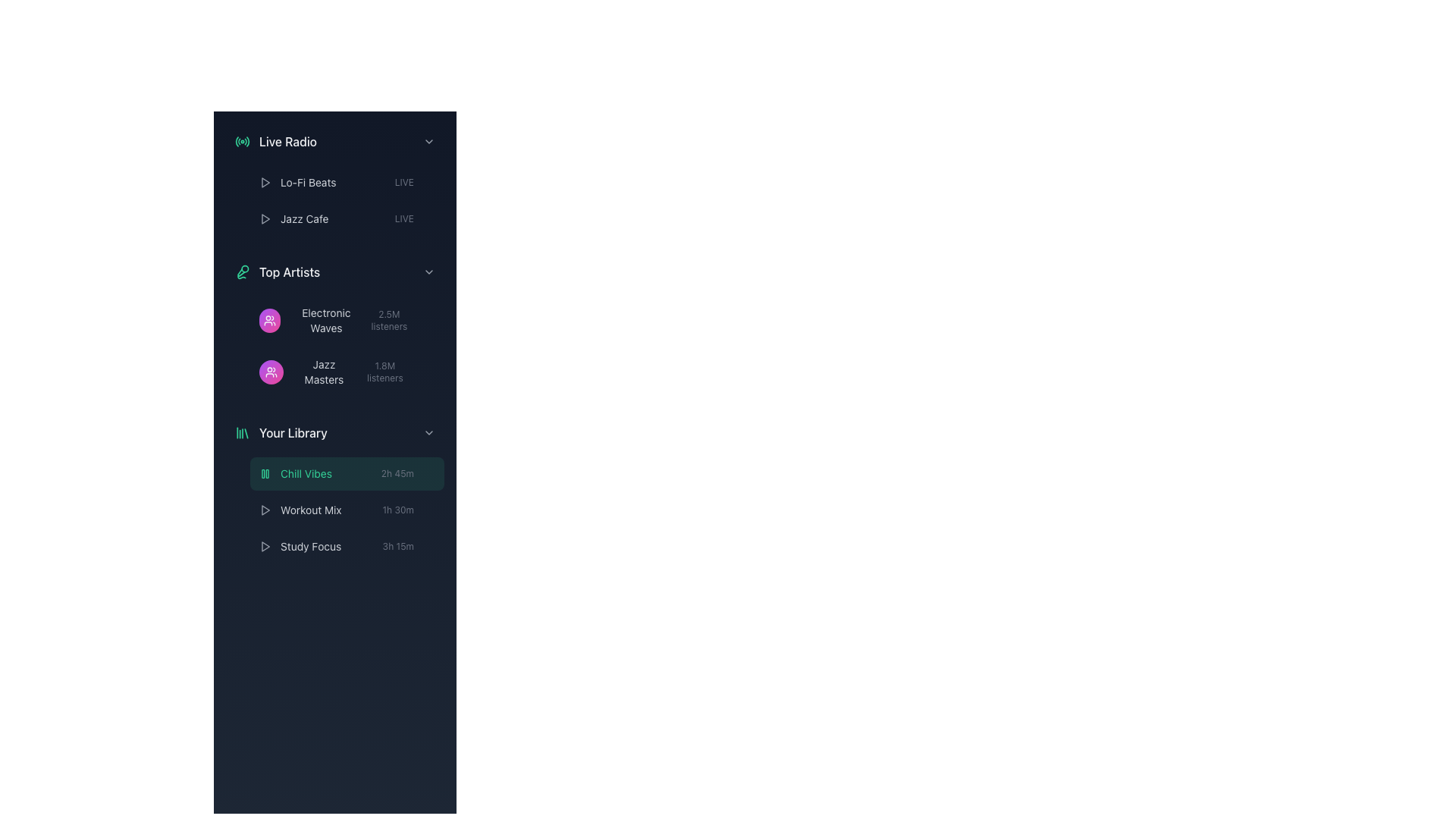  I want to click on the text label that reads 'Chill Vibes', styled in emerald-green color and located under the 'Top Artists' section in the 'Your Library' area, so click(305, 472).